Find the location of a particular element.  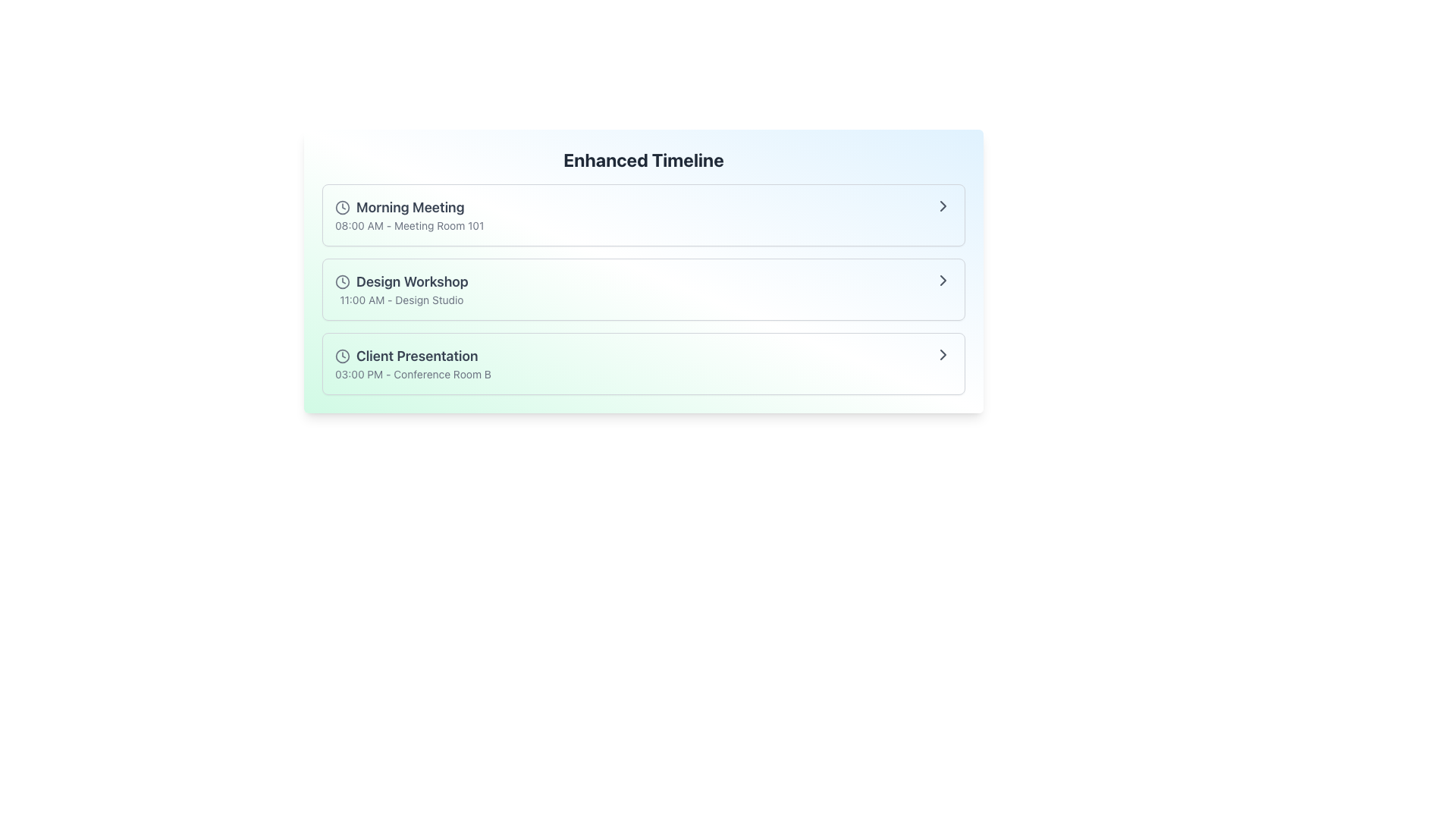

text label 'Design Workshop', which is styled with a bold font and located in the second entry of a structured timeline layout, above '11:00 AM - Design Studio' is located at coordinates (401, 281).